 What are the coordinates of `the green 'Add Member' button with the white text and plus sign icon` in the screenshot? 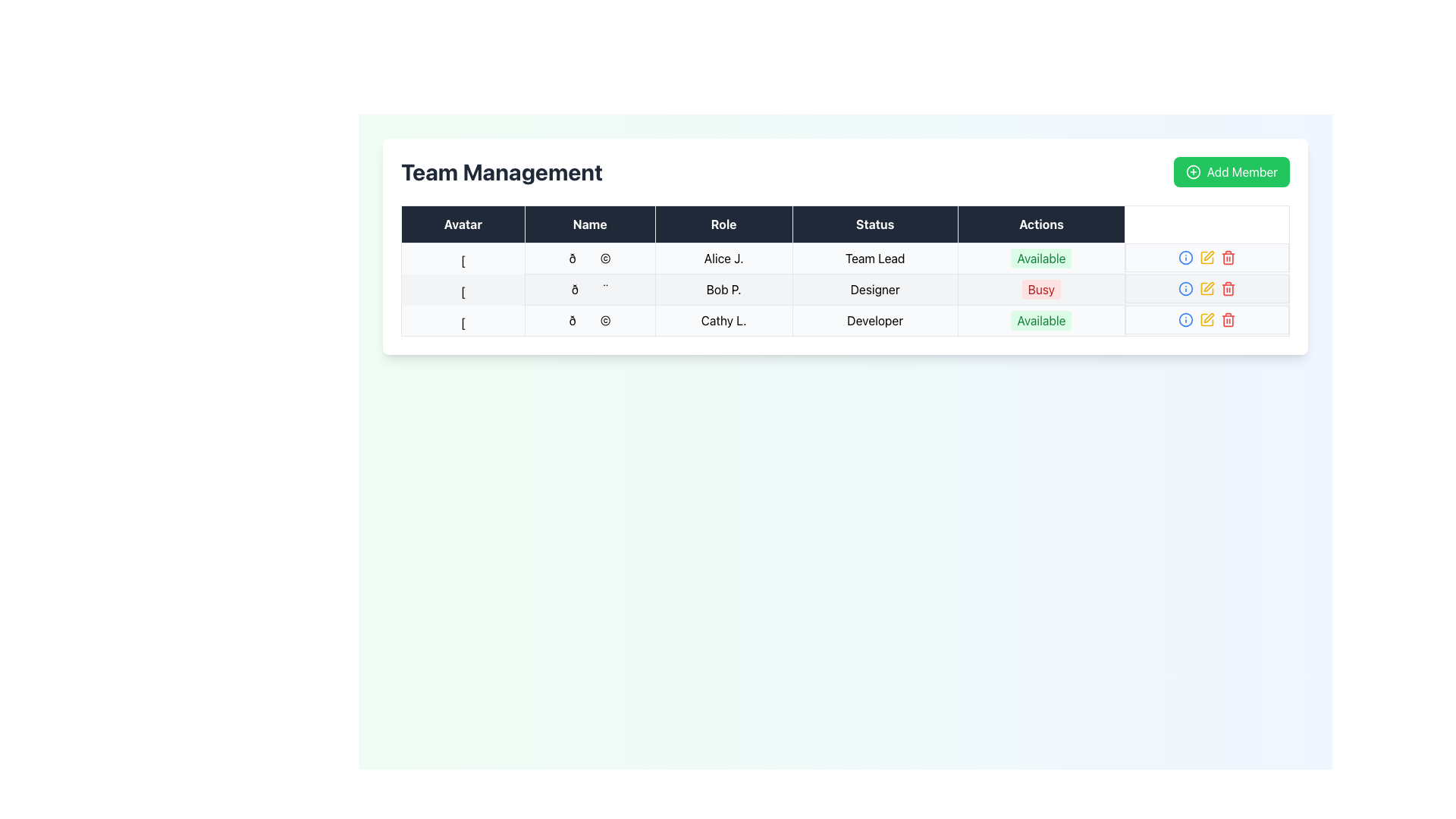 It's located at (1232, 171).